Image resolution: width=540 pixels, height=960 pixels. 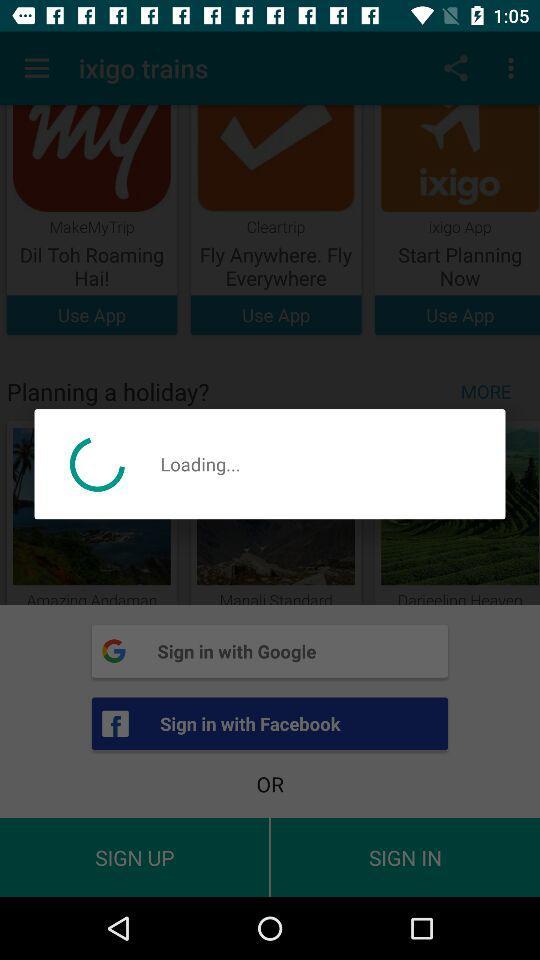 I want to click on first row of second image, so click(x=275, y=220).